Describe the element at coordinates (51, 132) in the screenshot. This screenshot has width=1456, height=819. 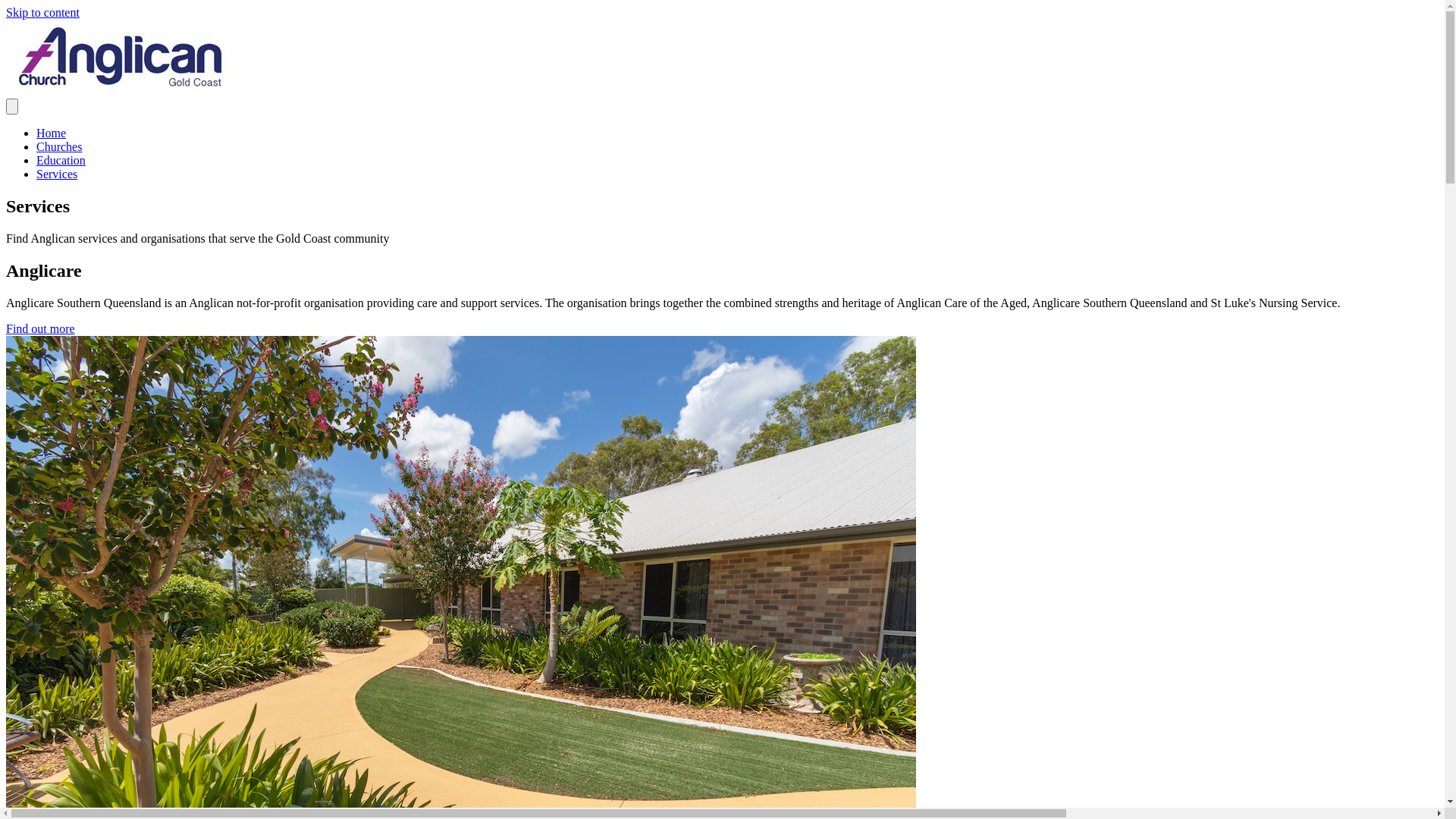
I see `'Home'` at that location.